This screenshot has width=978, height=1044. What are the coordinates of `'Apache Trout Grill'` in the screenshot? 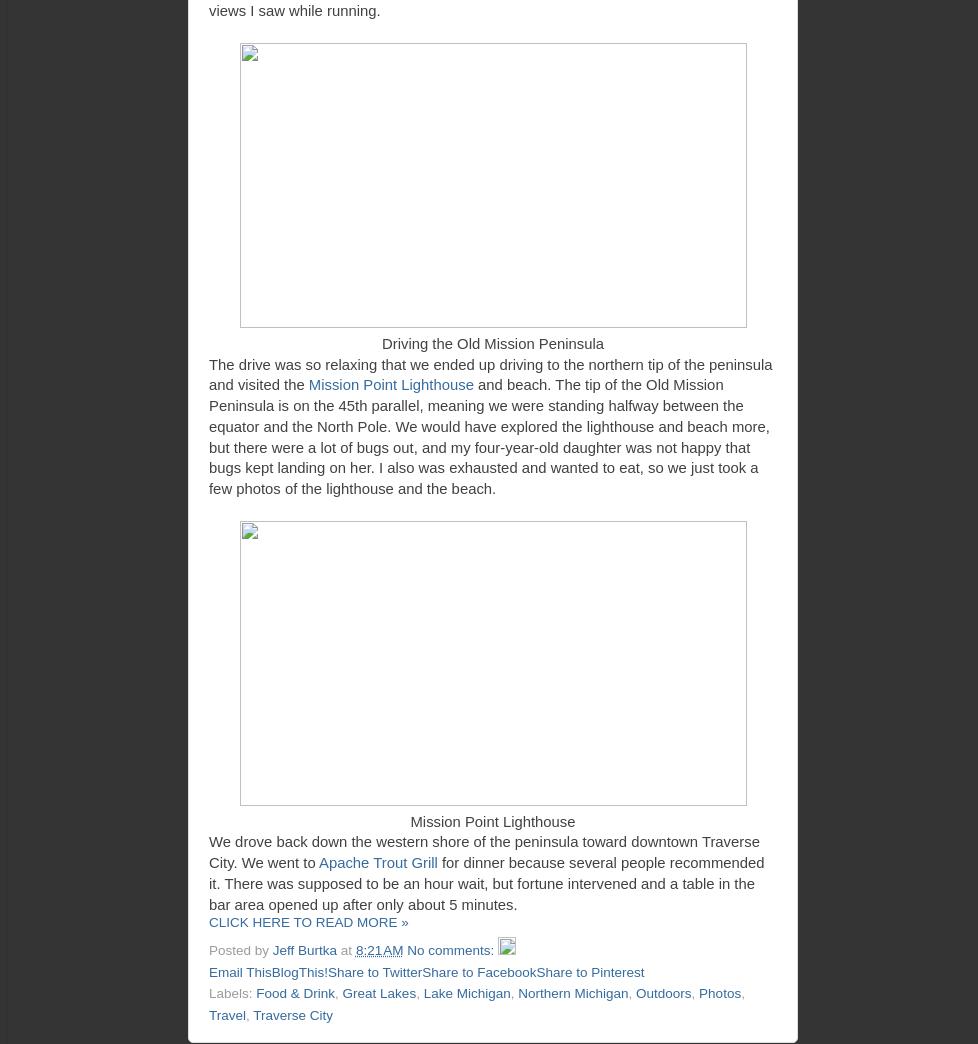 It's located at (376, 862).